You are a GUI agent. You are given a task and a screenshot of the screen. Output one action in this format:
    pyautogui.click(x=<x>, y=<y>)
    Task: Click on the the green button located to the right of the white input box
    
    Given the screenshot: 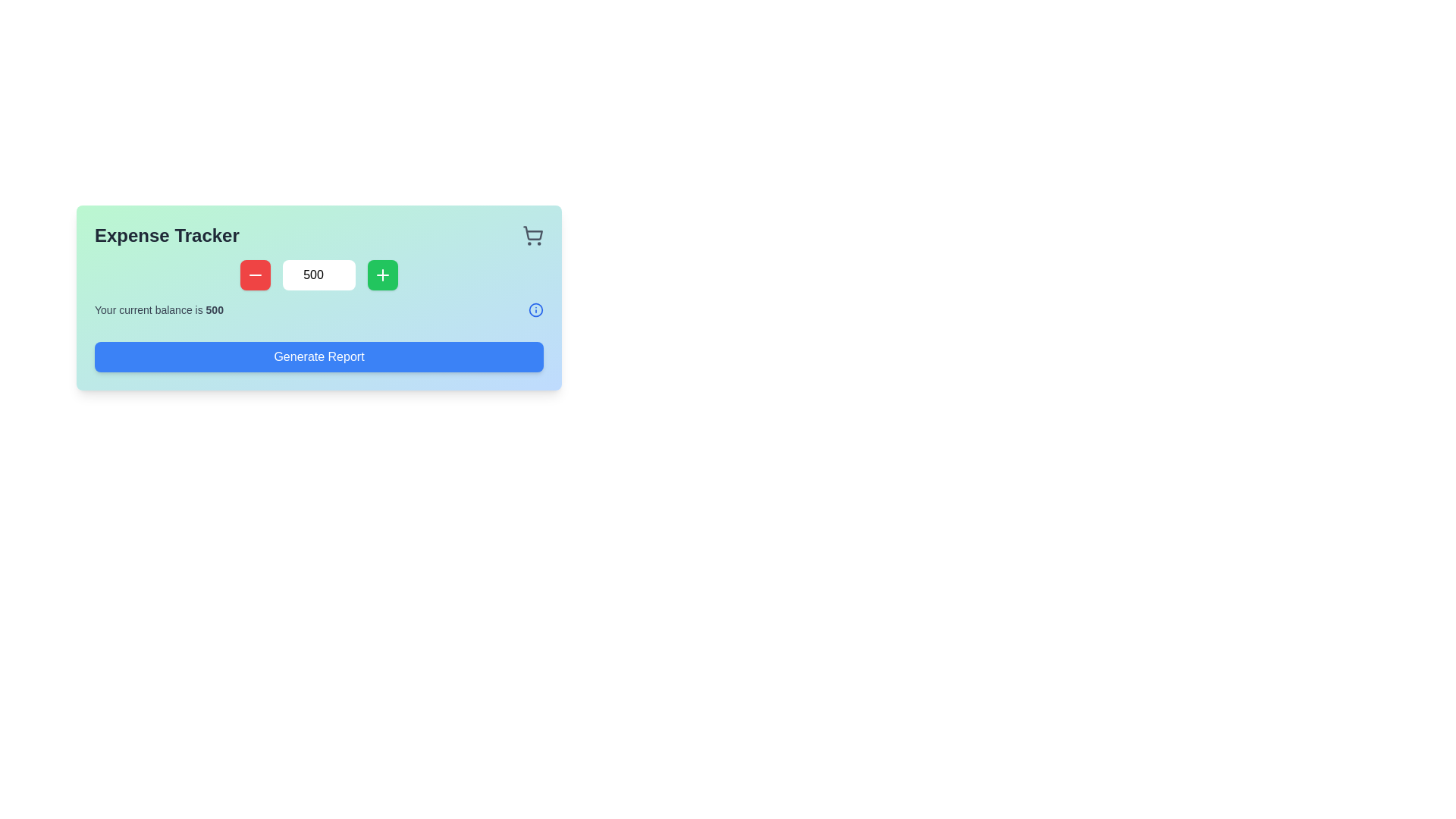 What is the action you would take?
    pyautogui.click(x=382, y=275)
    